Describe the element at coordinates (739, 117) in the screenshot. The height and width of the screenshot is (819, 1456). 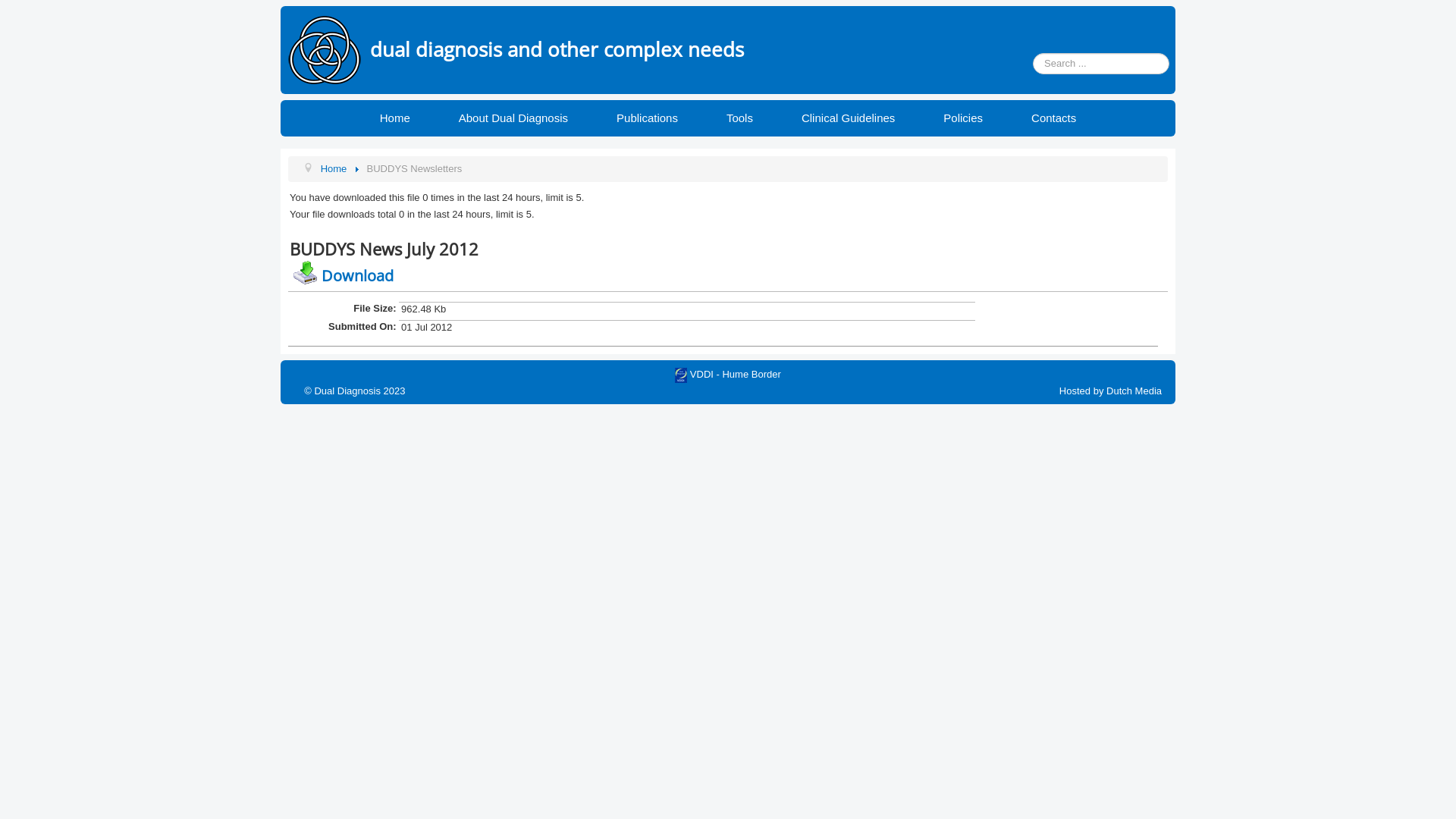
I see `'Tools'` at that location.